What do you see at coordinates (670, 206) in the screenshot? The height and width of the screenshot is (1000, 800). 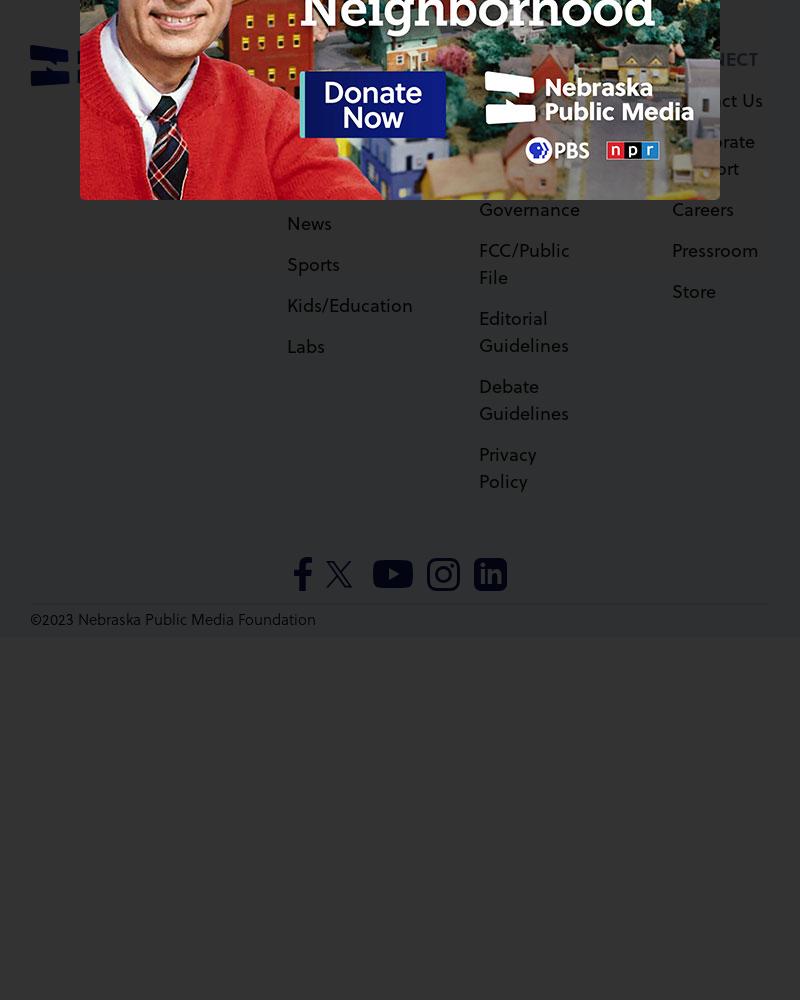 I see `'Careers'` at bounding box center [670, 206].